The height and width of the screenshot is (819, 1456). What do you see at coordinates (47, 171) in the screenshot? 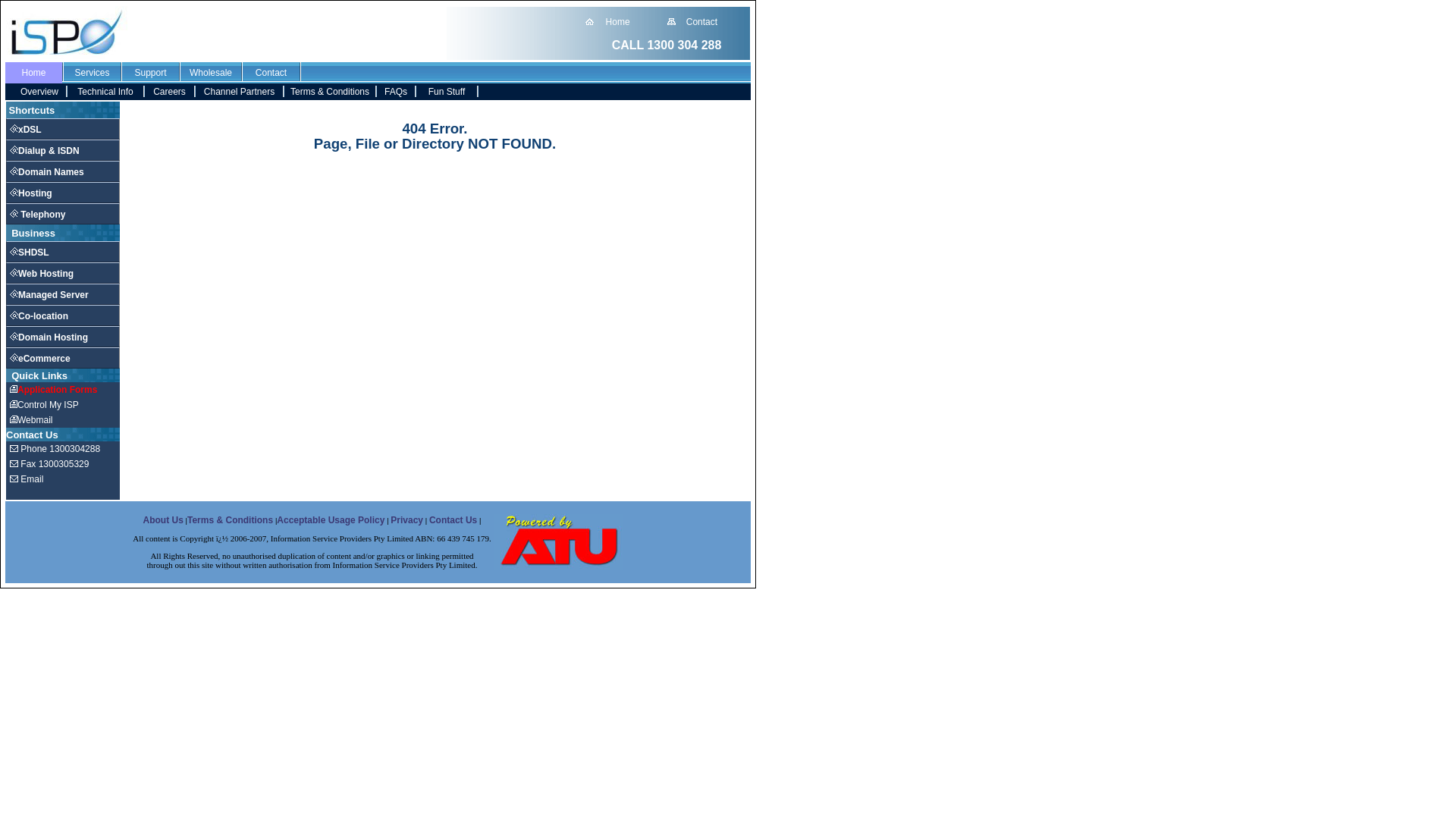
I see `'Domain Names'` at bounding box center [47, 171].